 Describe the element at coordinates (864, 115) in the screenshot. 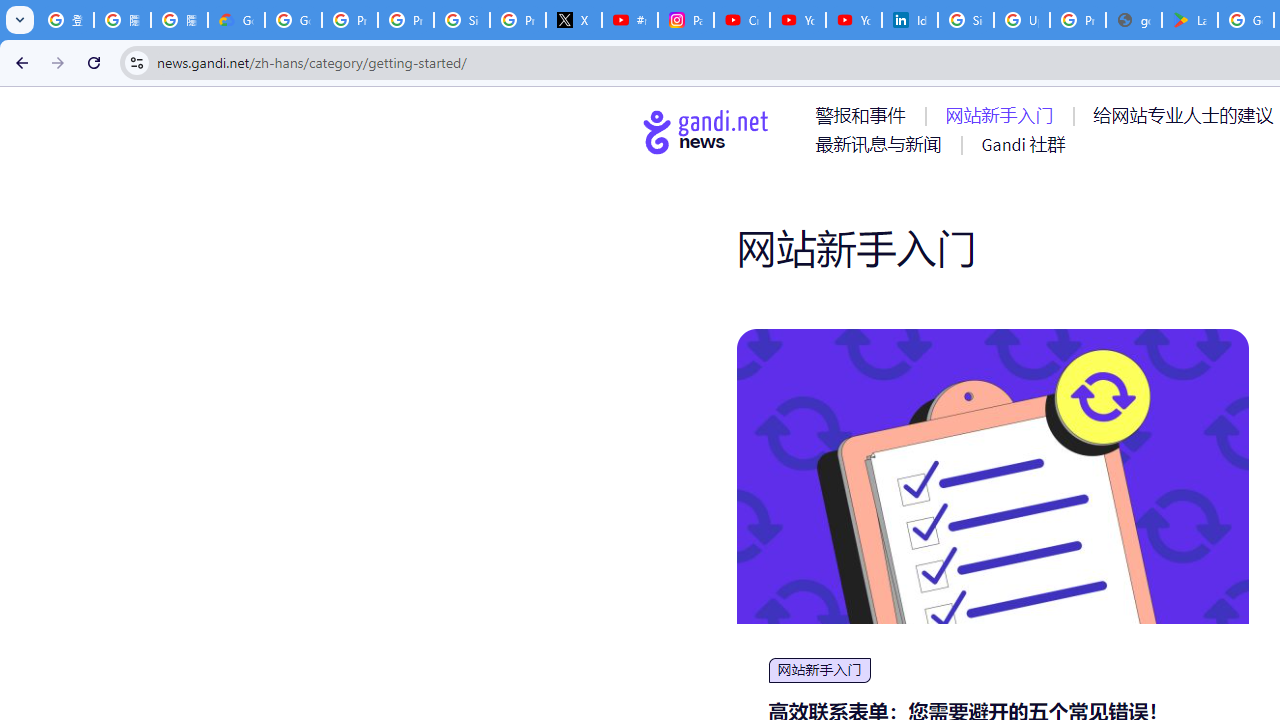

I see `'AutomationID: menu-item-77761'` at that location.